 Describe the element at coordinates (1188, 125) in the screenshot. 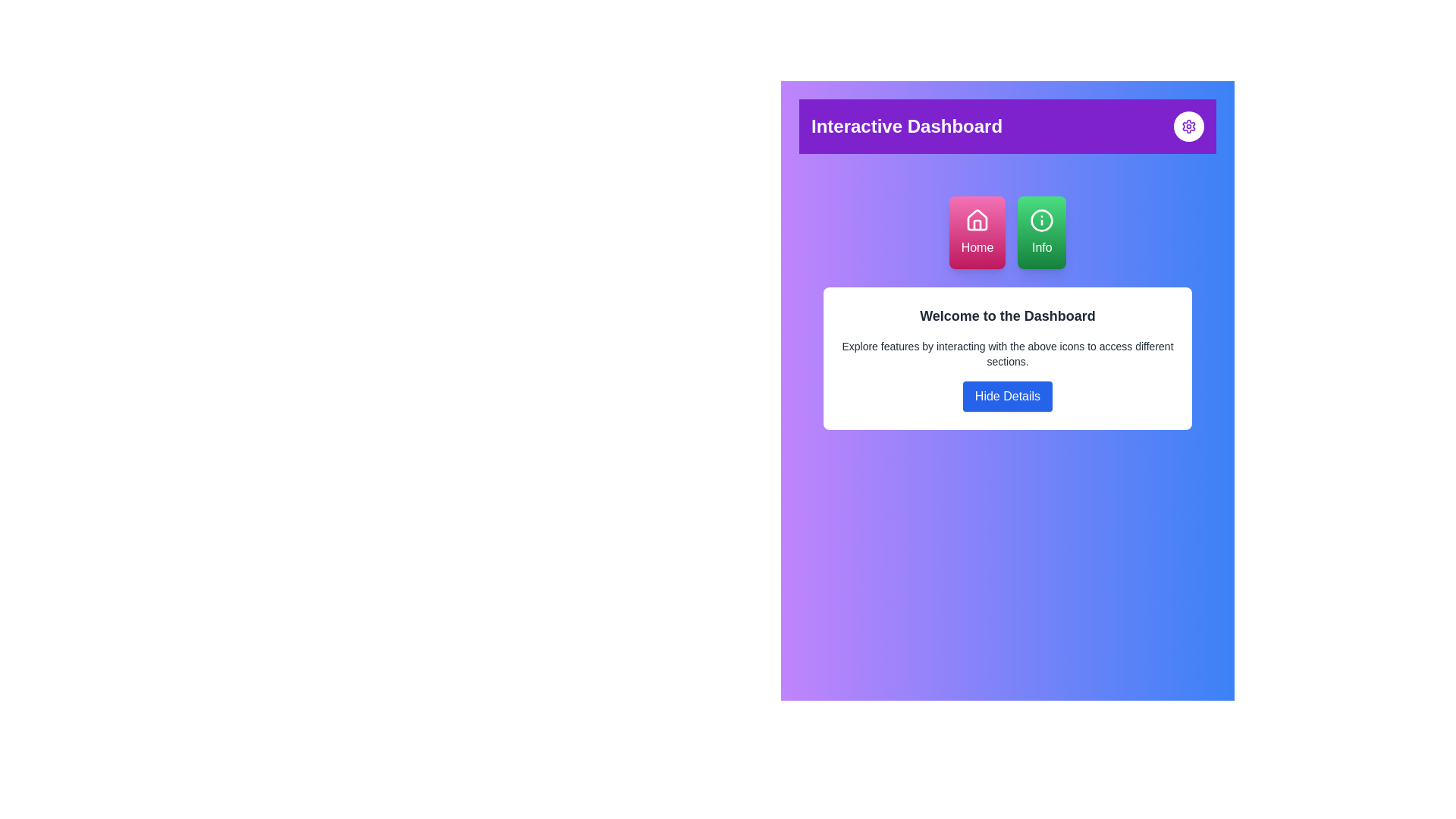

I see `the gear-shaped settings icon located at the top-right of the header section, which is purple and centered within a circular area` at that location.